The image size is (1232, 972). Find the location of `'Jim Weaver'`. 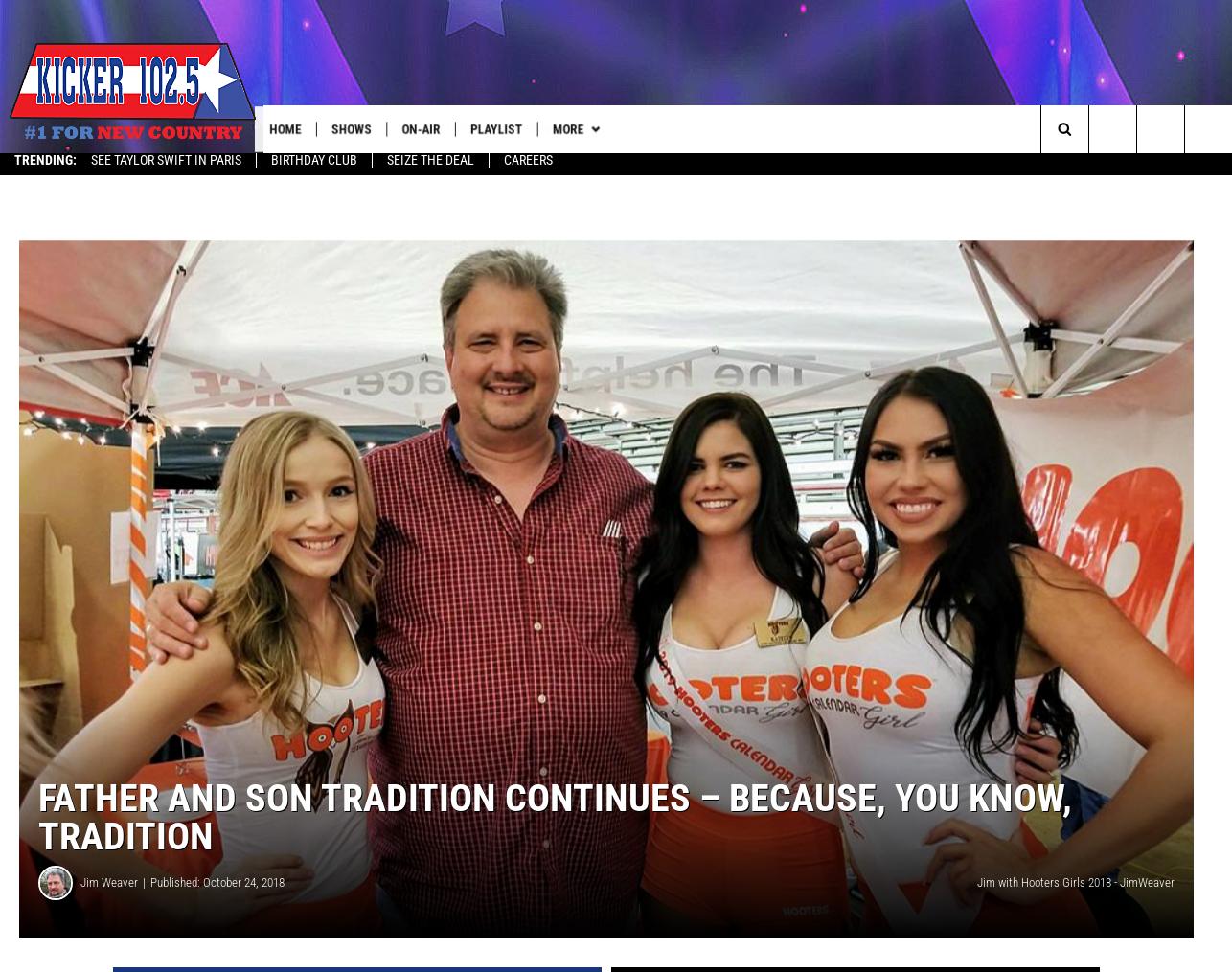

'Jim Weaver' is located at coordinates (108, 890).